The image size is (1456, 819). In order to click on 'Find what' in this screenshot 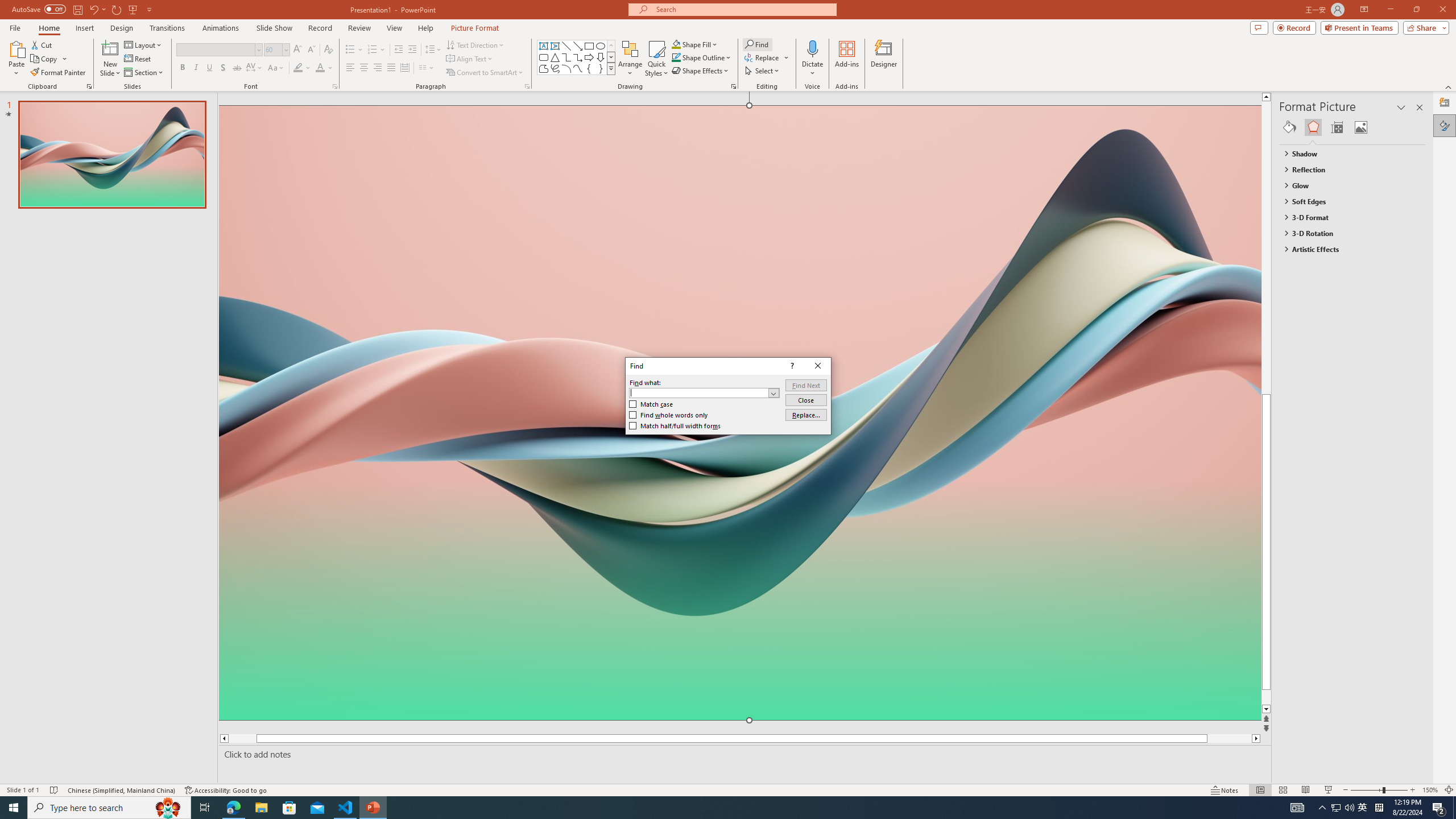, I will do `click(705, 392)`.